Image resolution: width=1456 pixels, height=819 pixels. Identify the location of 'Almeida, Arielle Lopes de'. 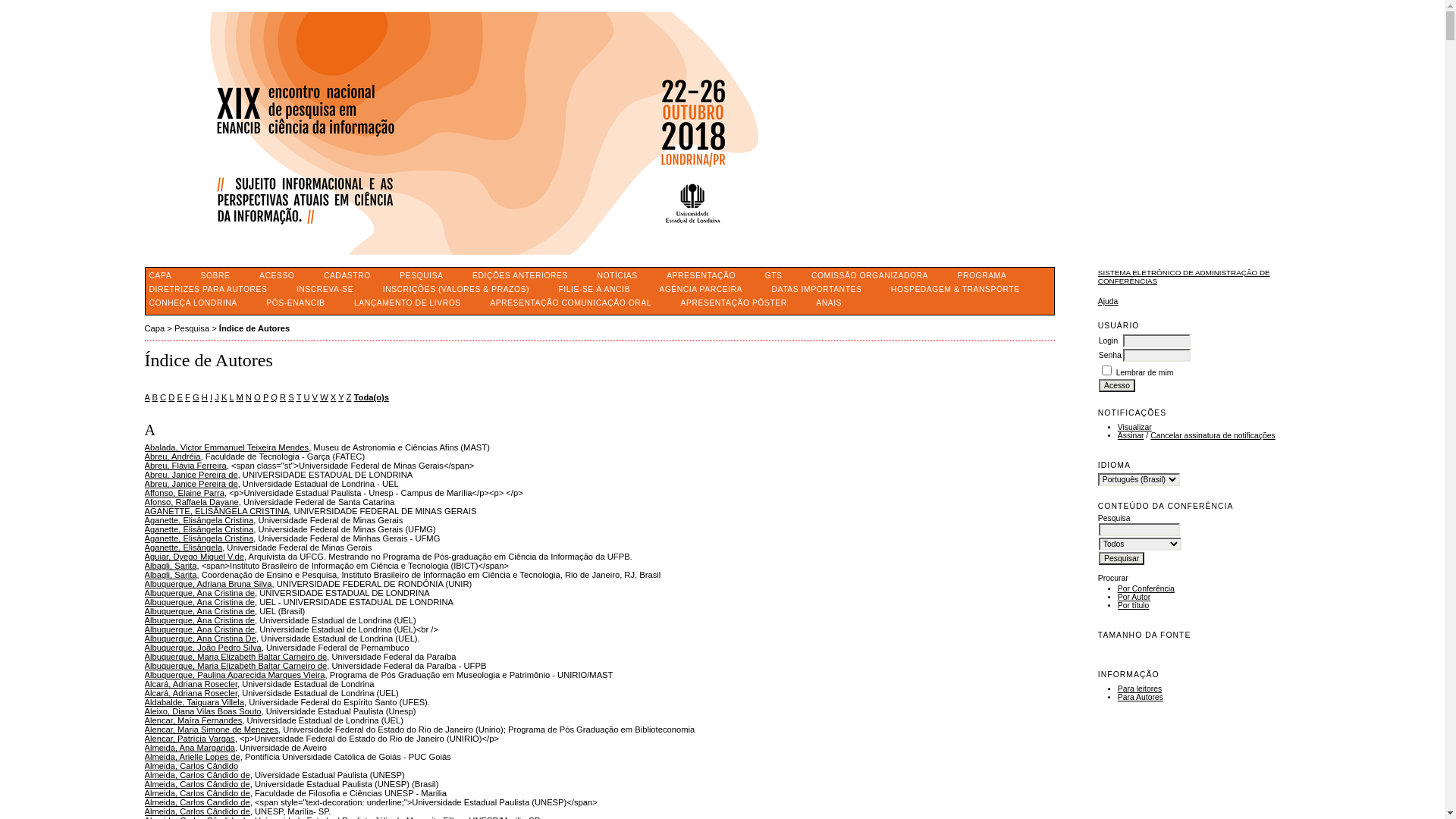
(191, 757).